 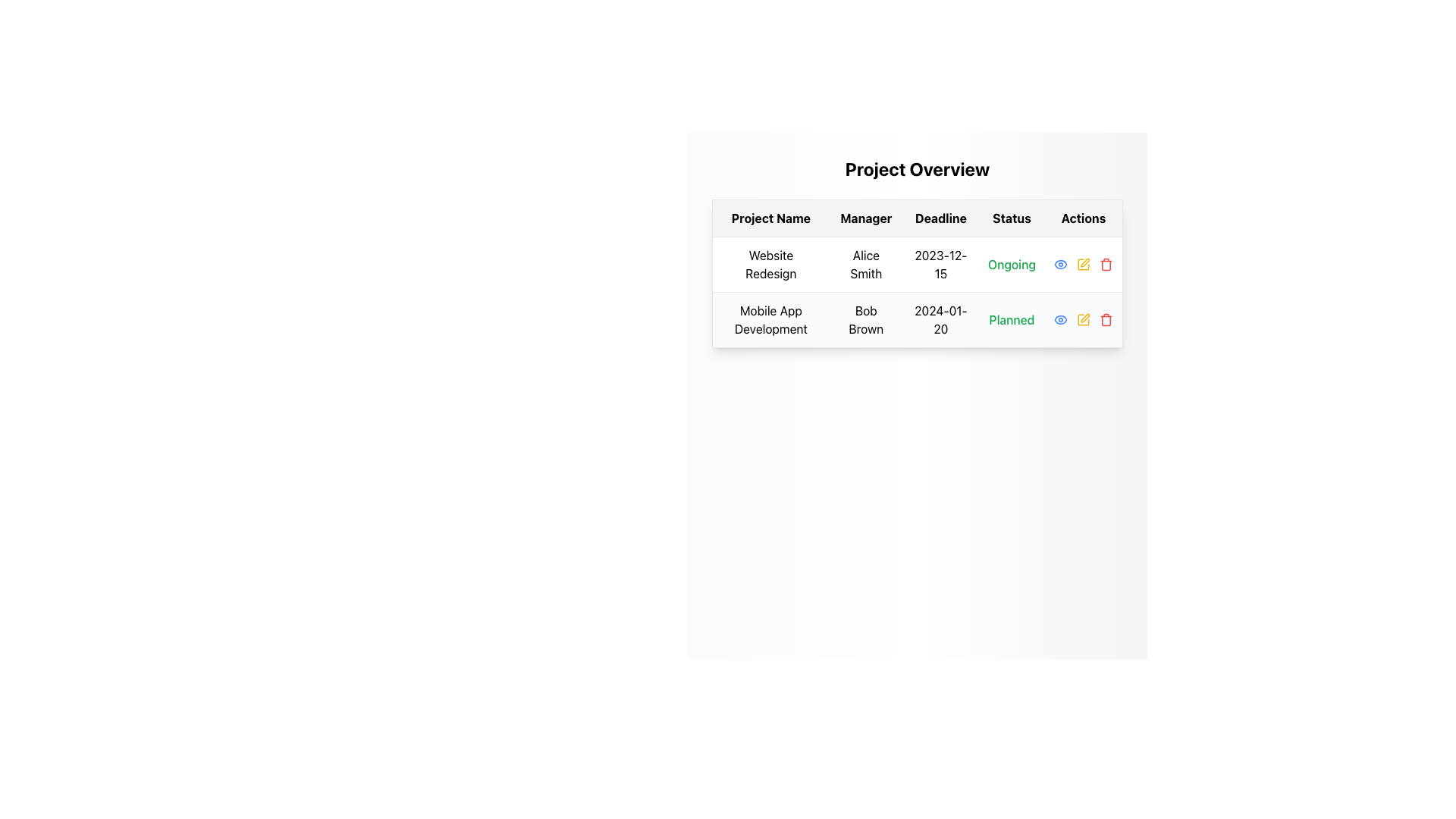 What do you see at coordinates (940, 218) in the screenshot?
I see `the 'Deadline' label, which is a bold text label located in the header row of a table, positioned as the third column out of five, between 'Manager' and 'Status'` at bounding box center [940, 218].